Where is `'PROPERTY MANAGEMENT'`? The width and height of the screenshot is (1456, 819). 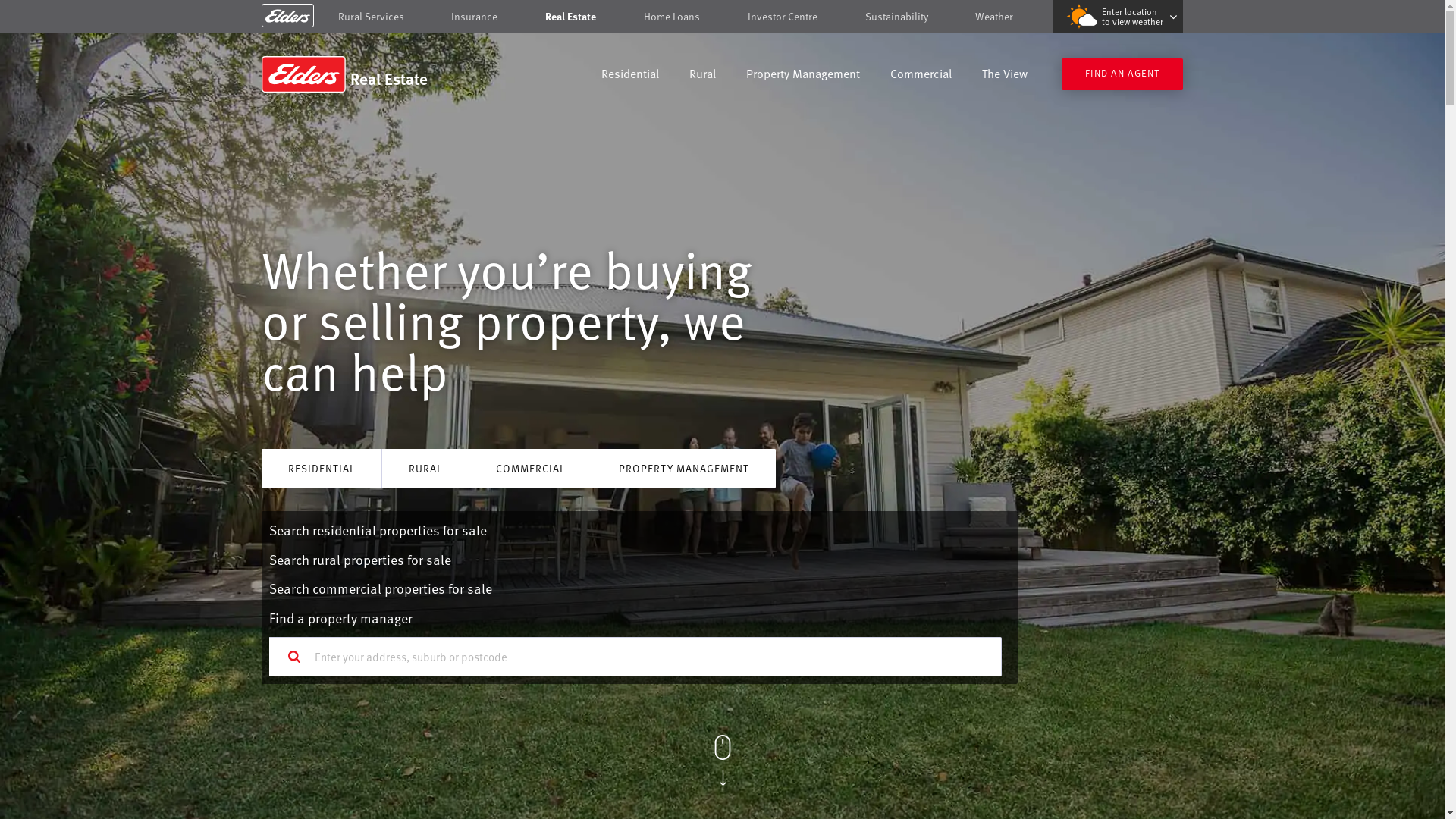
'PROPERTY MANAGEMENT' is located at coordinates (682, 467).